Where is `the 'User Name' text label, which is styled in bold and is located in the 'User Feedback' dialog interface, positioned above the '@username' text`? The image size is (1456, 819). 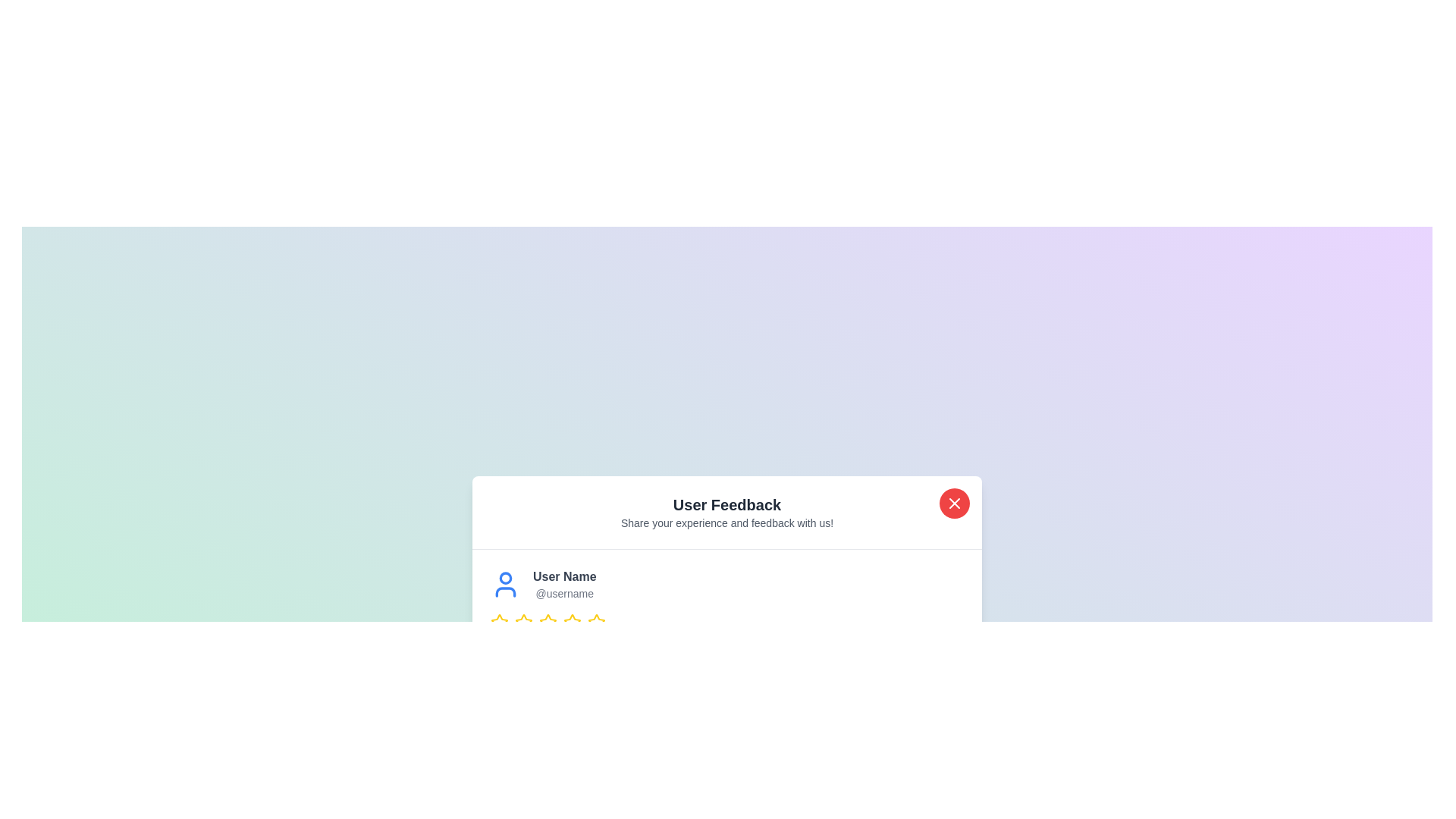
the 'User Name' text label, which is styled in bold and is located in the 'User Feedback' dialog interface, positioned above the '@username' text is located at coordinates (563, 576).